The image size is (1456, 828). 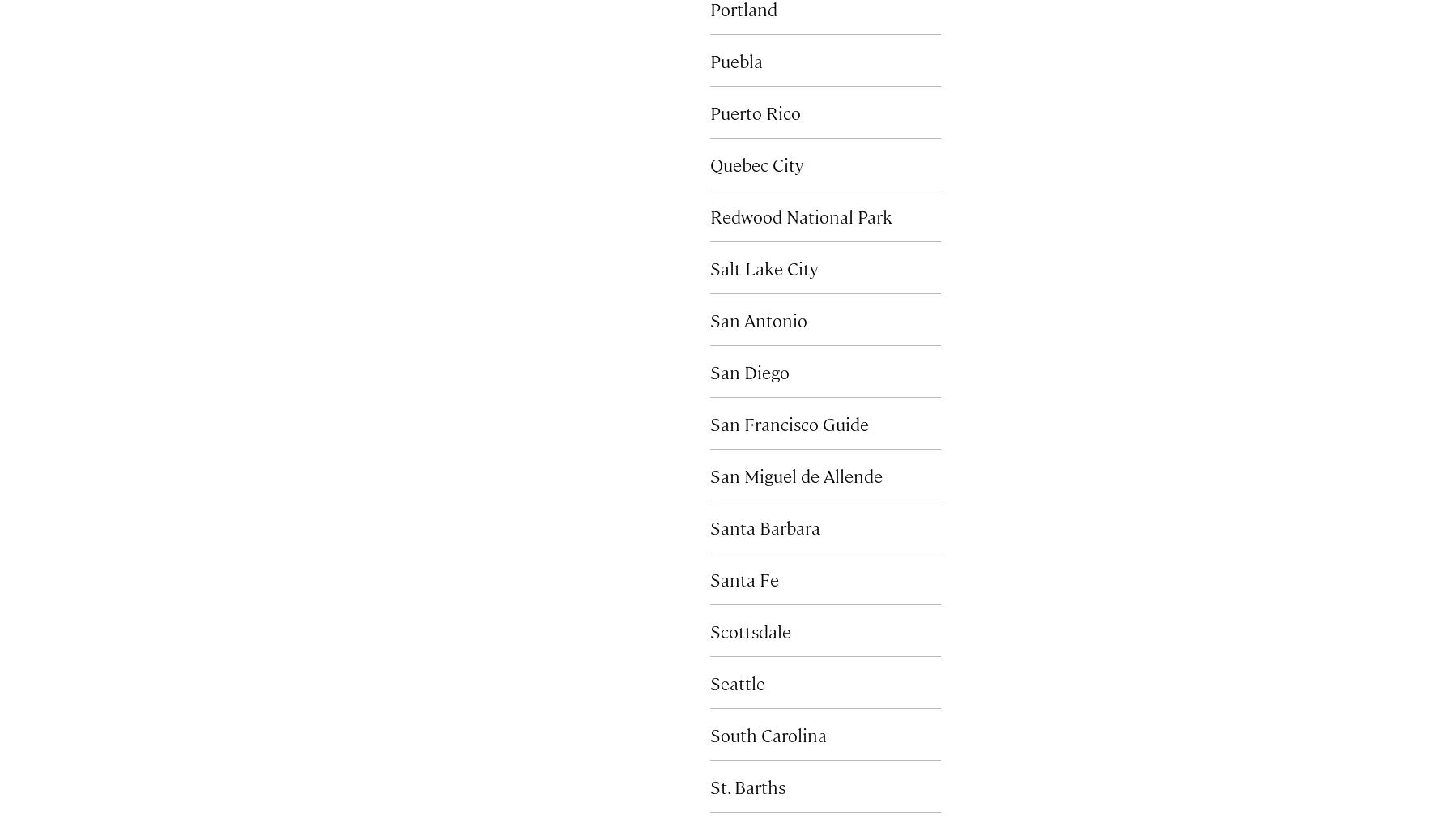 I want to click on 'Salt Lake City', so click(x=763, y=266).